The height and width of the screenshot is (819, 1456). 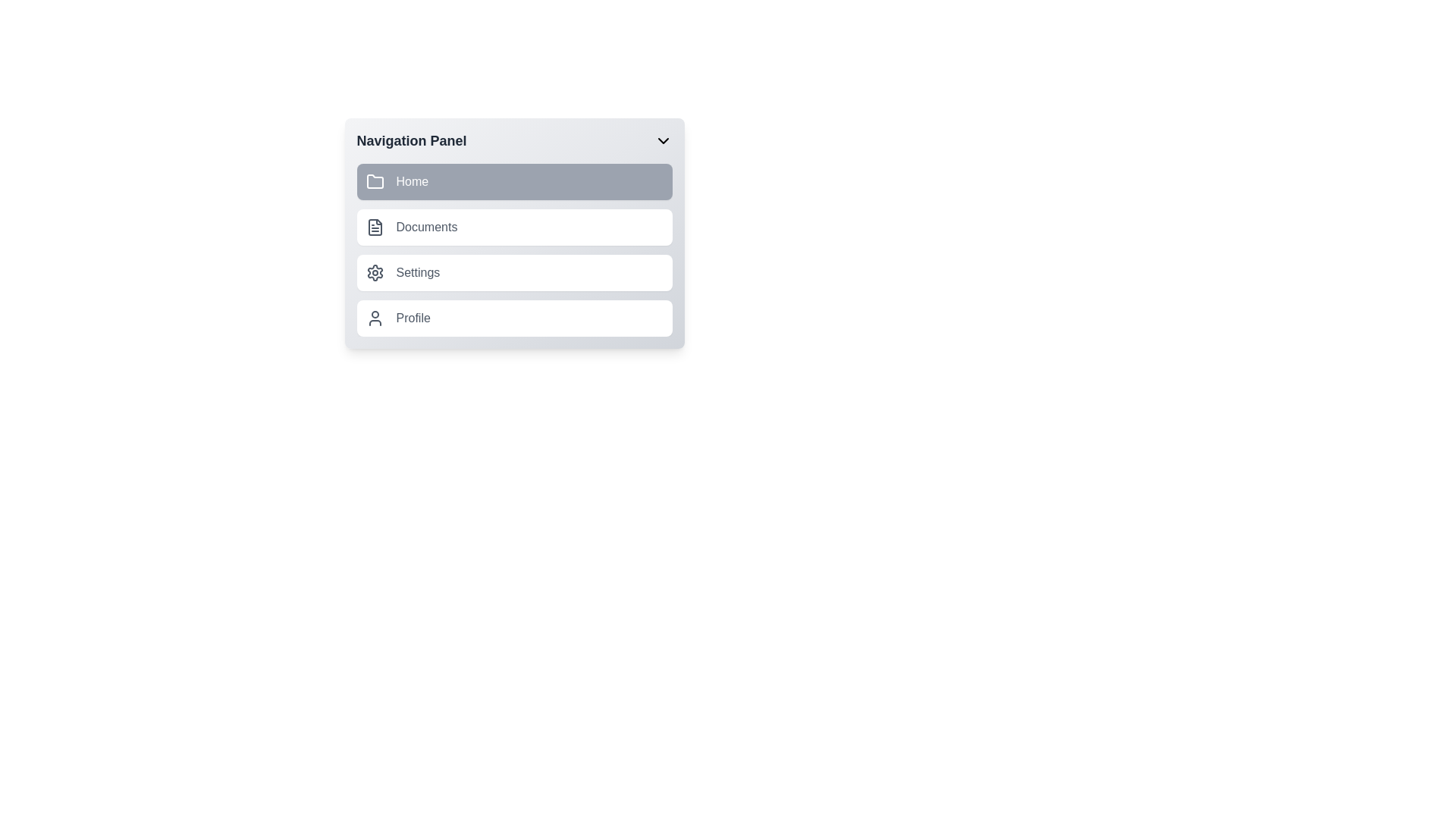 What do you see at coordinates (375, 180) in the screenshot?
I see `the folder icon in the navigation menu labeled 'Home'` at bounding box center [375, 180].